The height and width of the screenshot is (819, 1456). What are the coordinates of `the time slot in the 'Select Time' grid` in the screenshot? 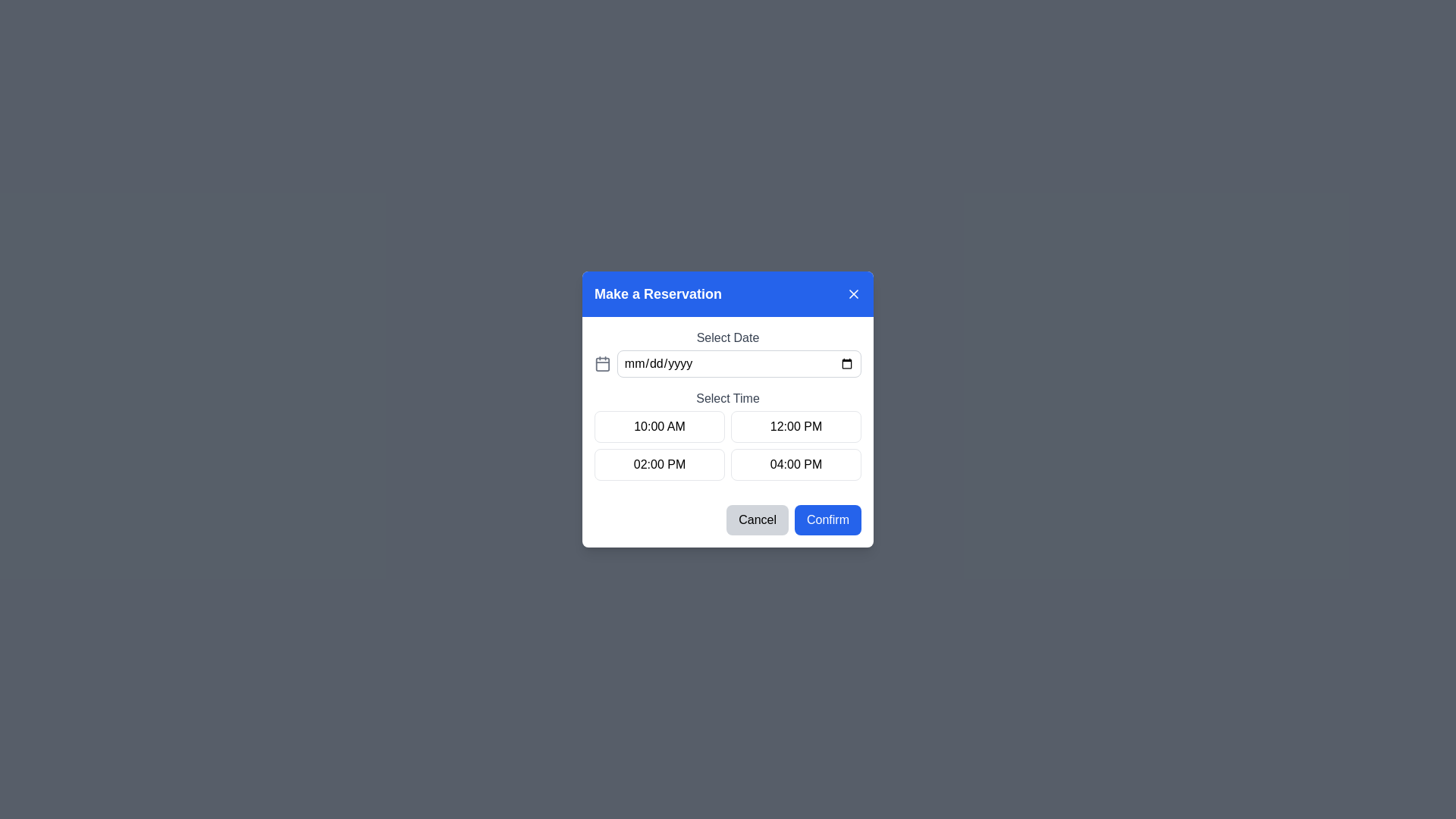 It's located at (728, 435).